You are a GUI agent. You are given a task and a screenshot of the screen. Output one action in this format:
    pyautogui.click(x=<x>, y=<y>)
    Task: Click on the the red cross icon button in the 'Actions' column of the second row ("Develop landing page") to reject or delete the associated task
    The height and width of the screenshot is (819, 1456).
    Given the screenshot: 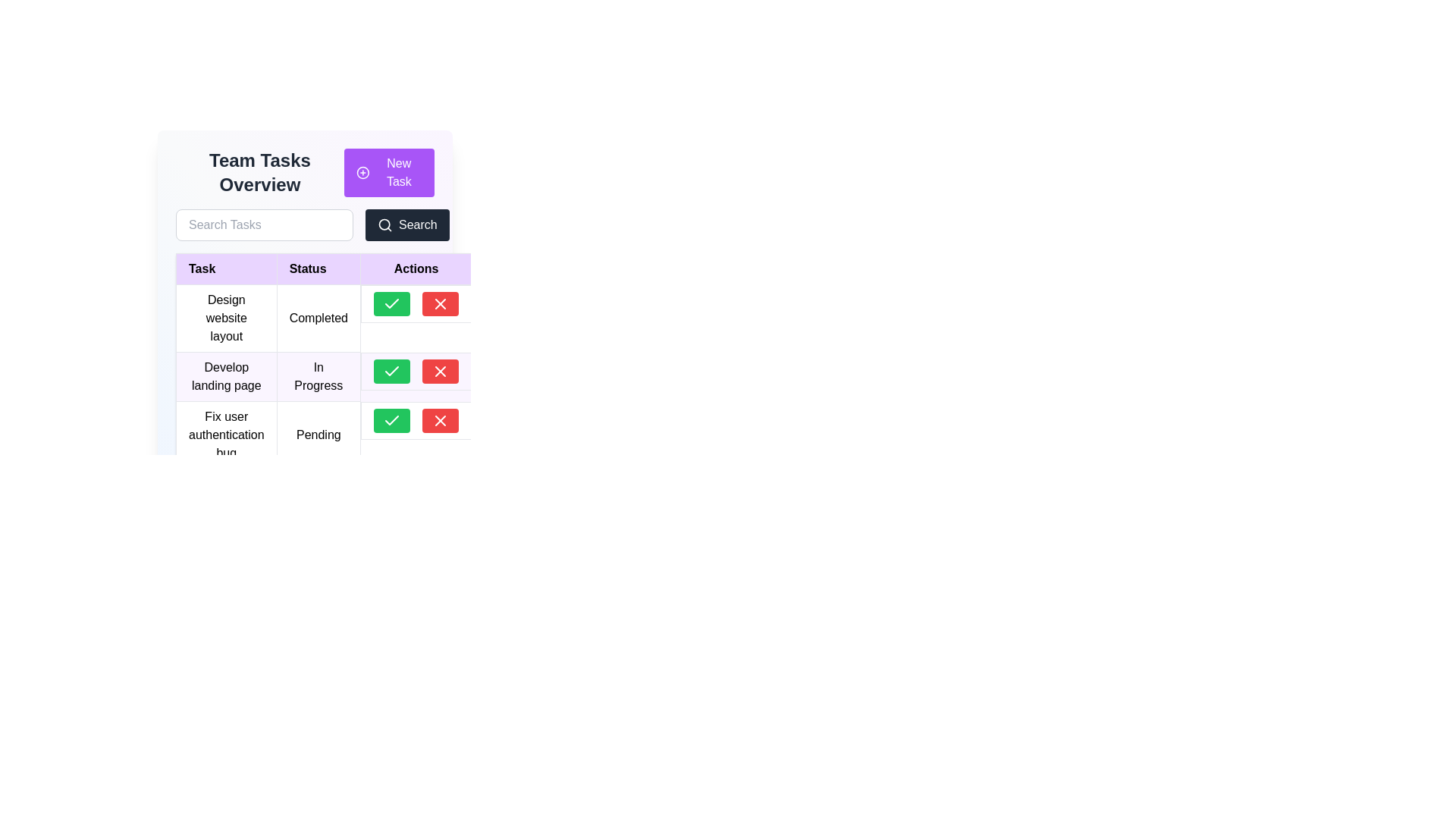 What is the action you would take?
    pyautogui.click(x=439, y=371)
    